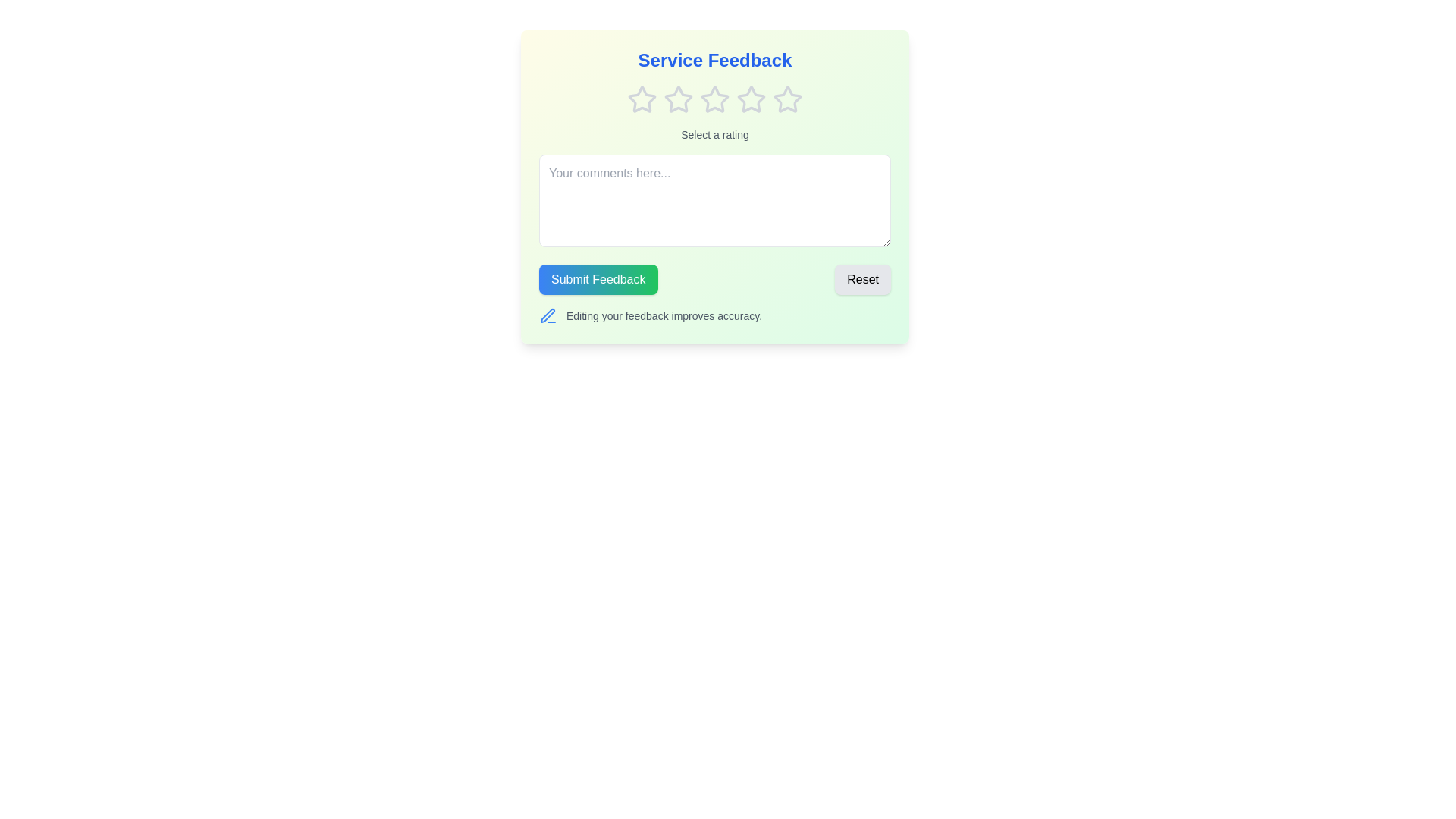 The height and width of the screenshot is (819, 1456). What do you see at coordinates (642, 99) in the screenshot?
I see `the first star icon in the row of five star icons` at bounding box center [642, 99].